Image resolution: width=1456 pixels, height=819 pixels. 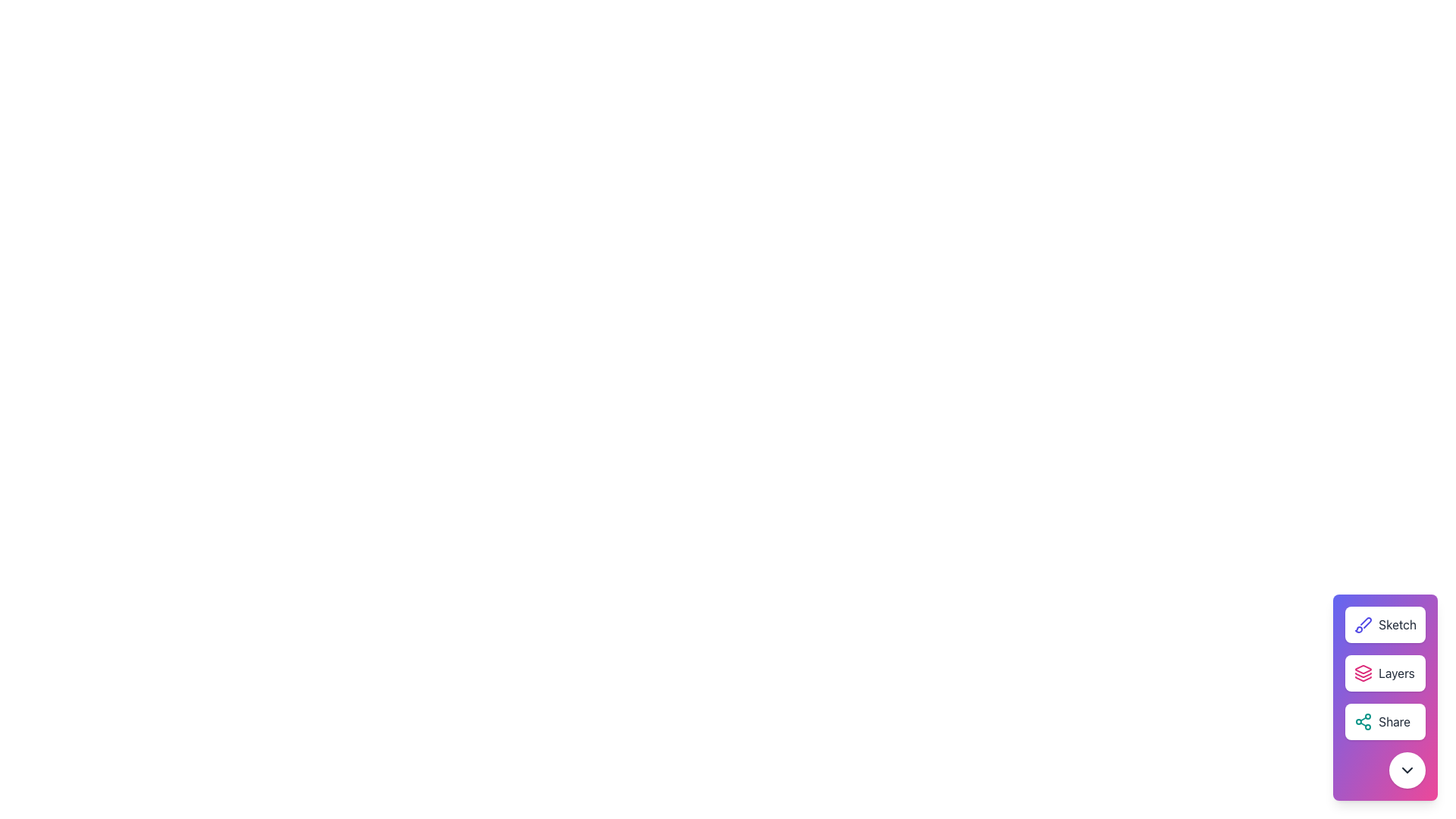 What do you see at coordinates (1395, 721) in the screenshot?
I see `the 'Share' text label, which is styled in dark gray and located on a white rounded rectangular button at the bottom of a vertical stack of buttons` at bounding box center [1395, 721].